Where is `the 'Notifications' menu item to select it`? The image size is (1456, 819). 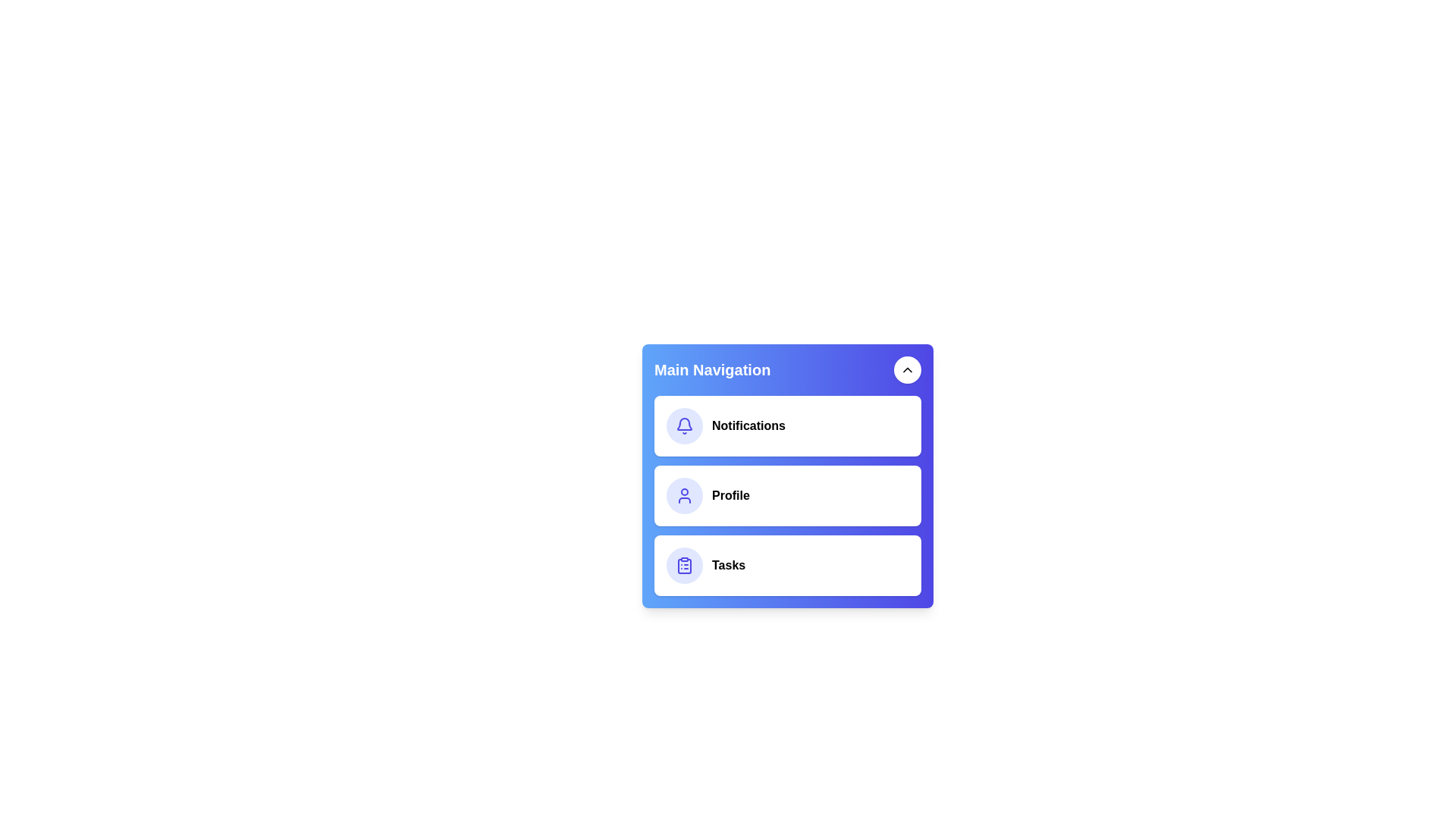 the 'Notifications' menu item to select it is located at coordinates (787, 426).